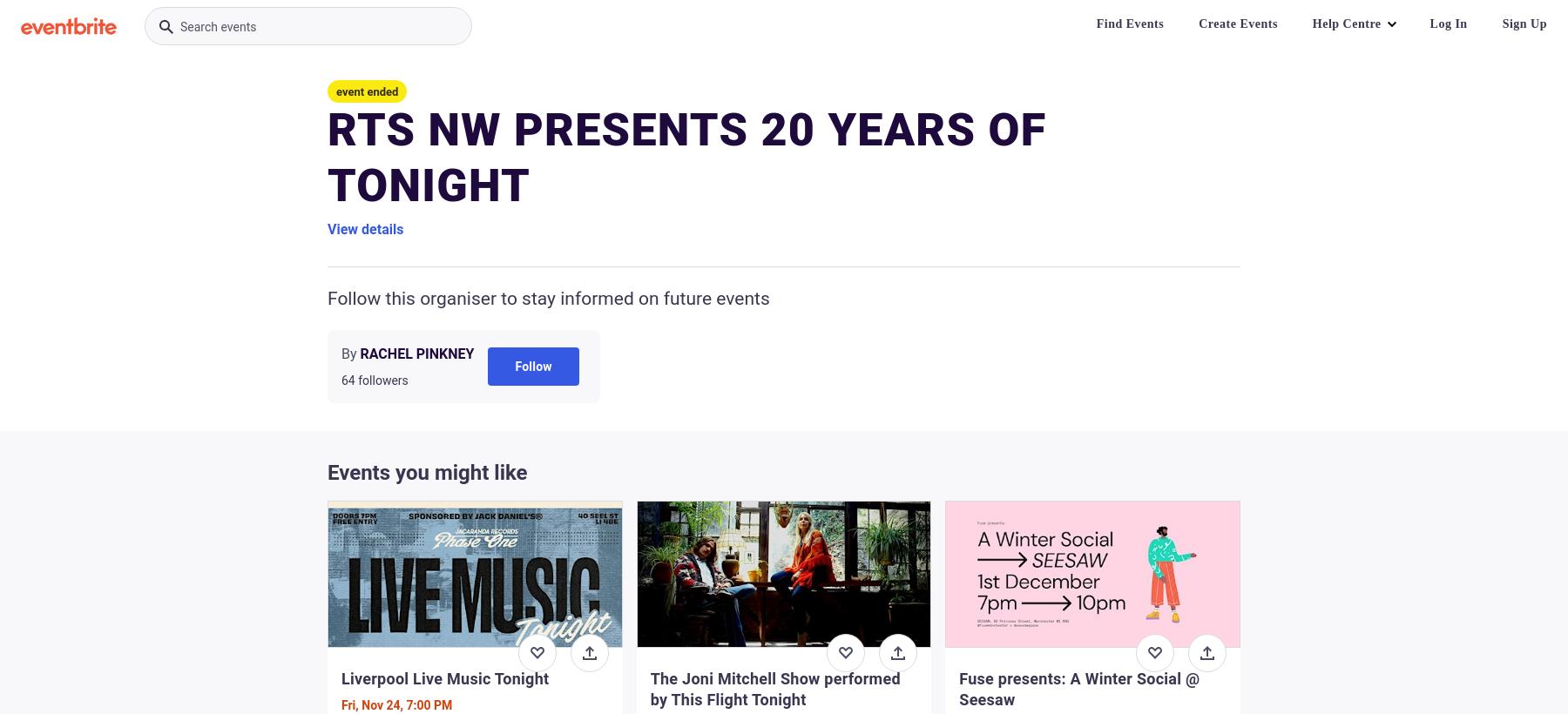 The width and height of the screenshot is (1568, 714). Describe the element at coordinates (444, 678) in the screenshot. I see `'Liverpool Live Music Tonight'` at that location.